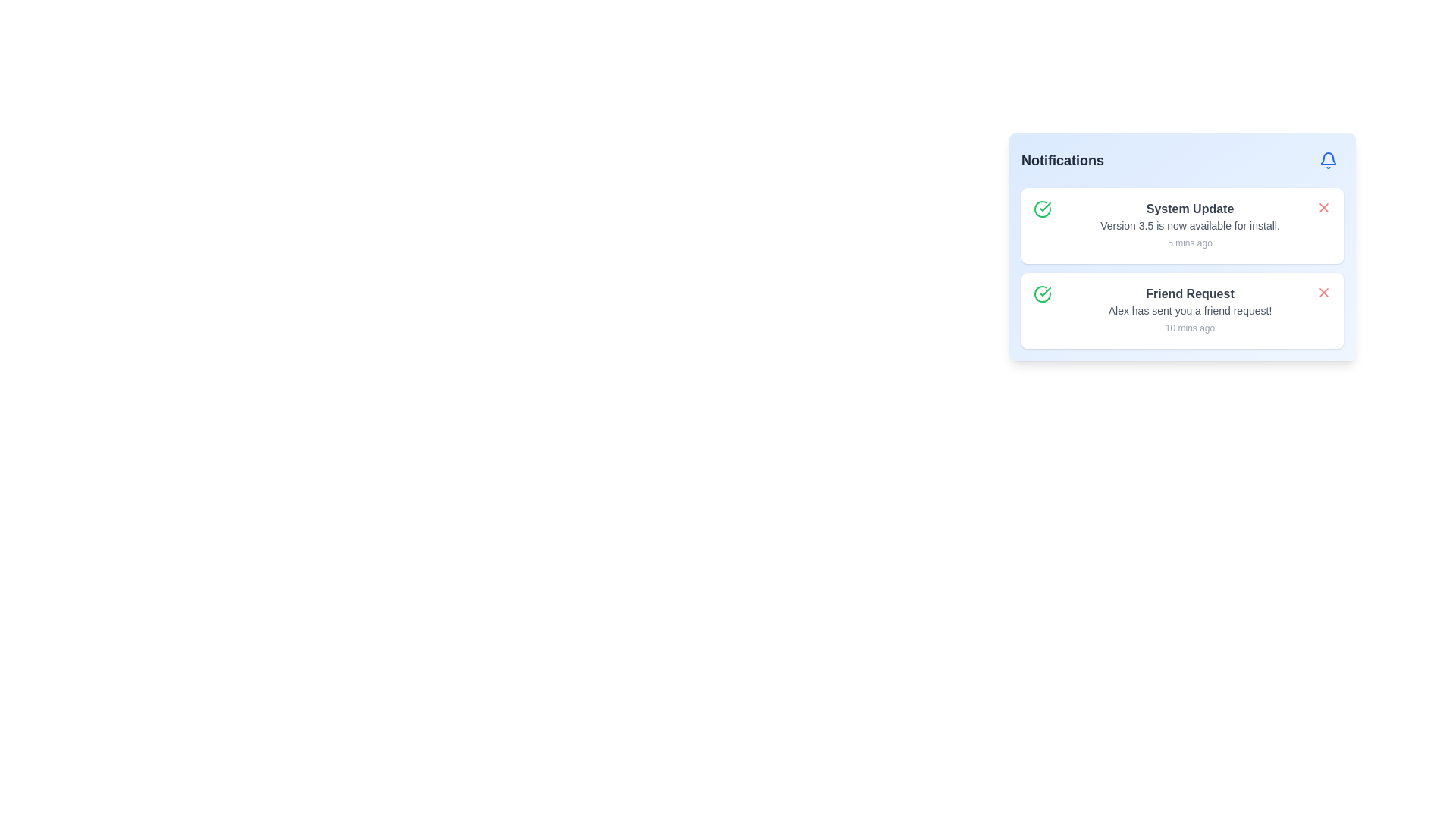 Image resolution: width=1456 pixels, height=819 pixels. What do you see at coordinates (1181, 225) in the screenshot?
I see `the Notification card at the top of the list` at bounding box center [1181, 225].